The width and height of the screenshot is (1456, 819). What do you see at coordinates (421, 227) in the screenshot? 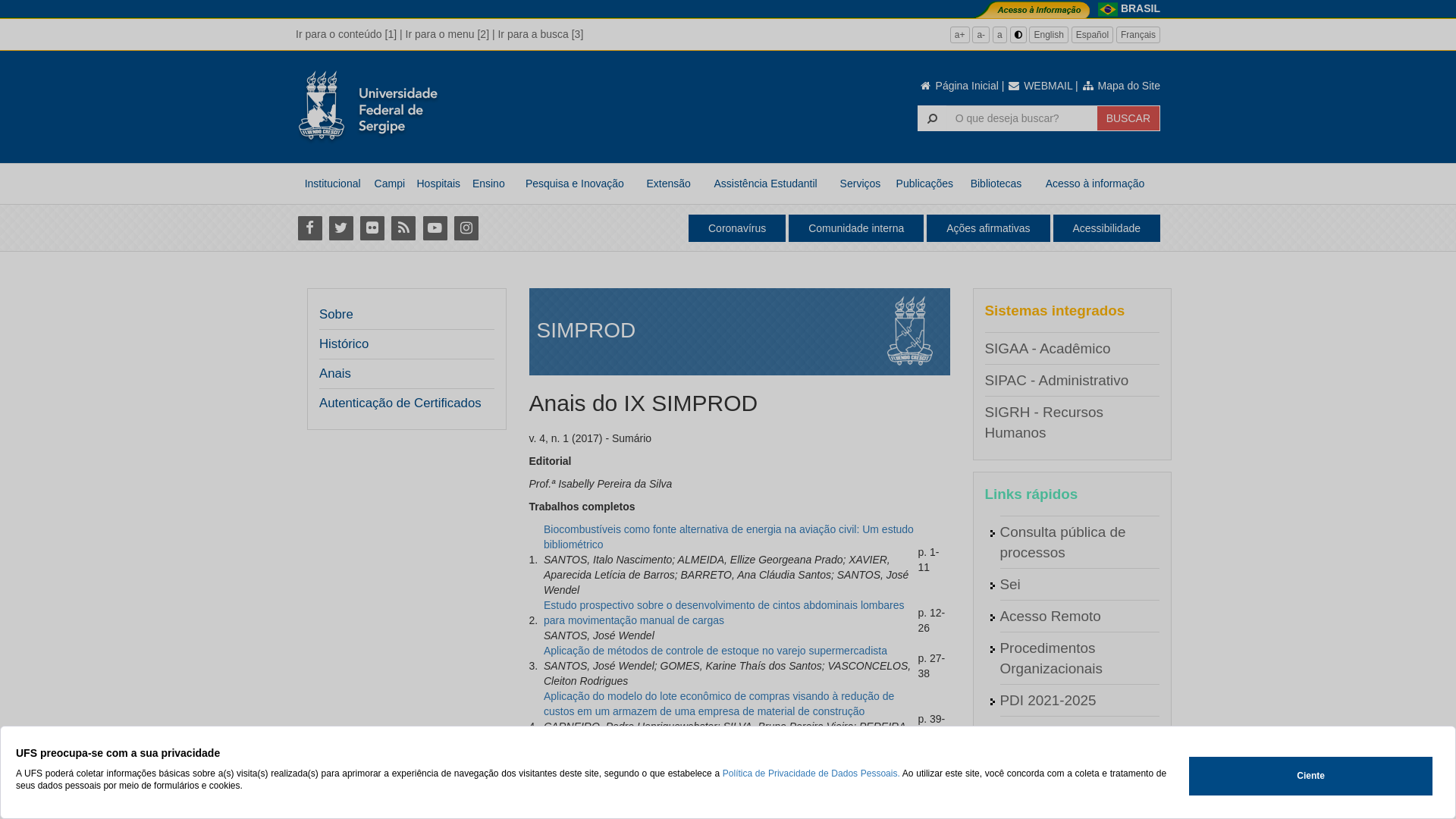
I see `'Youtube'` at bounding box center [421, 227].